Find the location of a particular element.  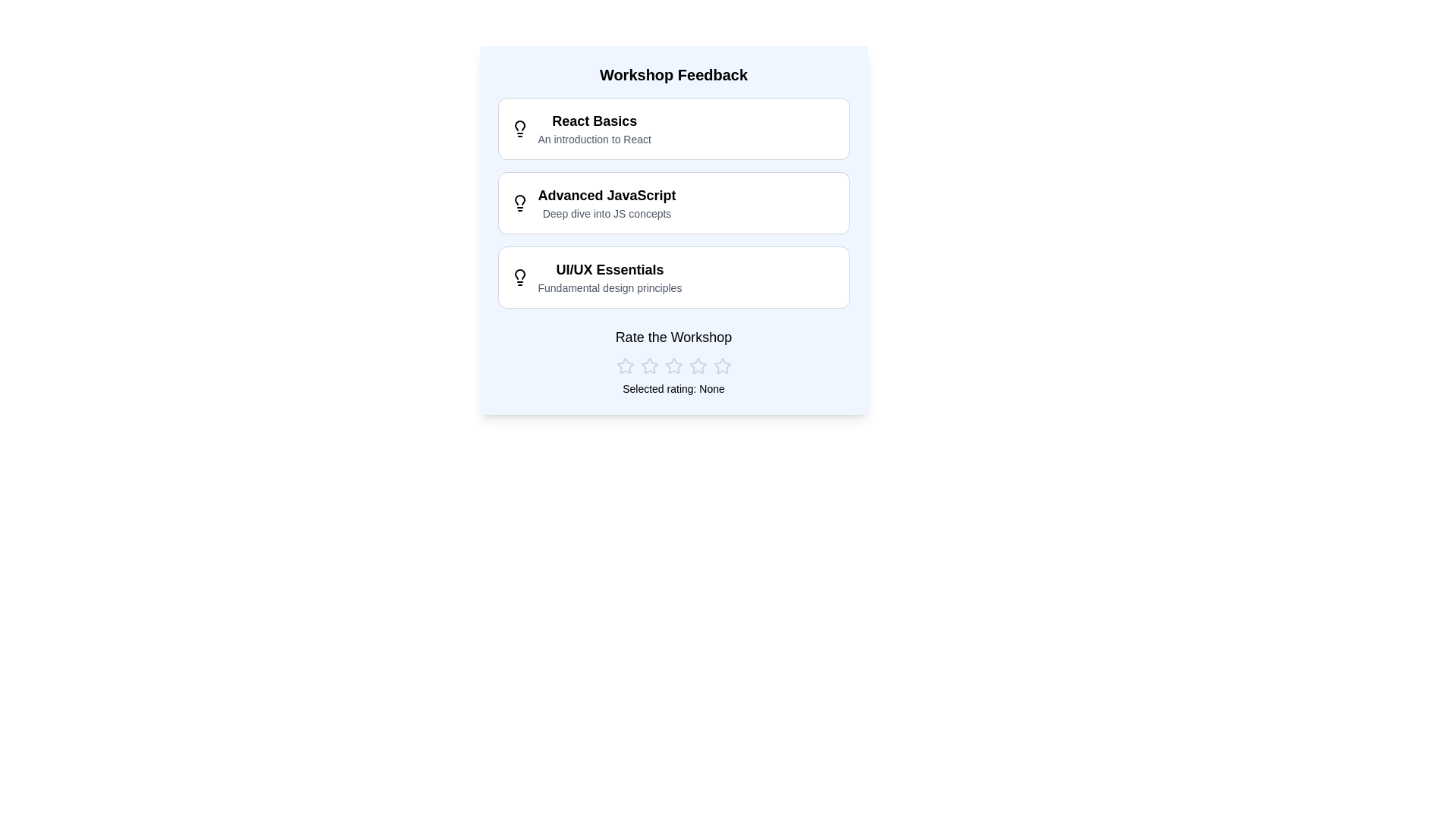

the lightbulb icon located to the left of the text 'UI/UX Essentials' in the third list item of the 'Workshop Feedback' panel is located at coordinates (519, 278).